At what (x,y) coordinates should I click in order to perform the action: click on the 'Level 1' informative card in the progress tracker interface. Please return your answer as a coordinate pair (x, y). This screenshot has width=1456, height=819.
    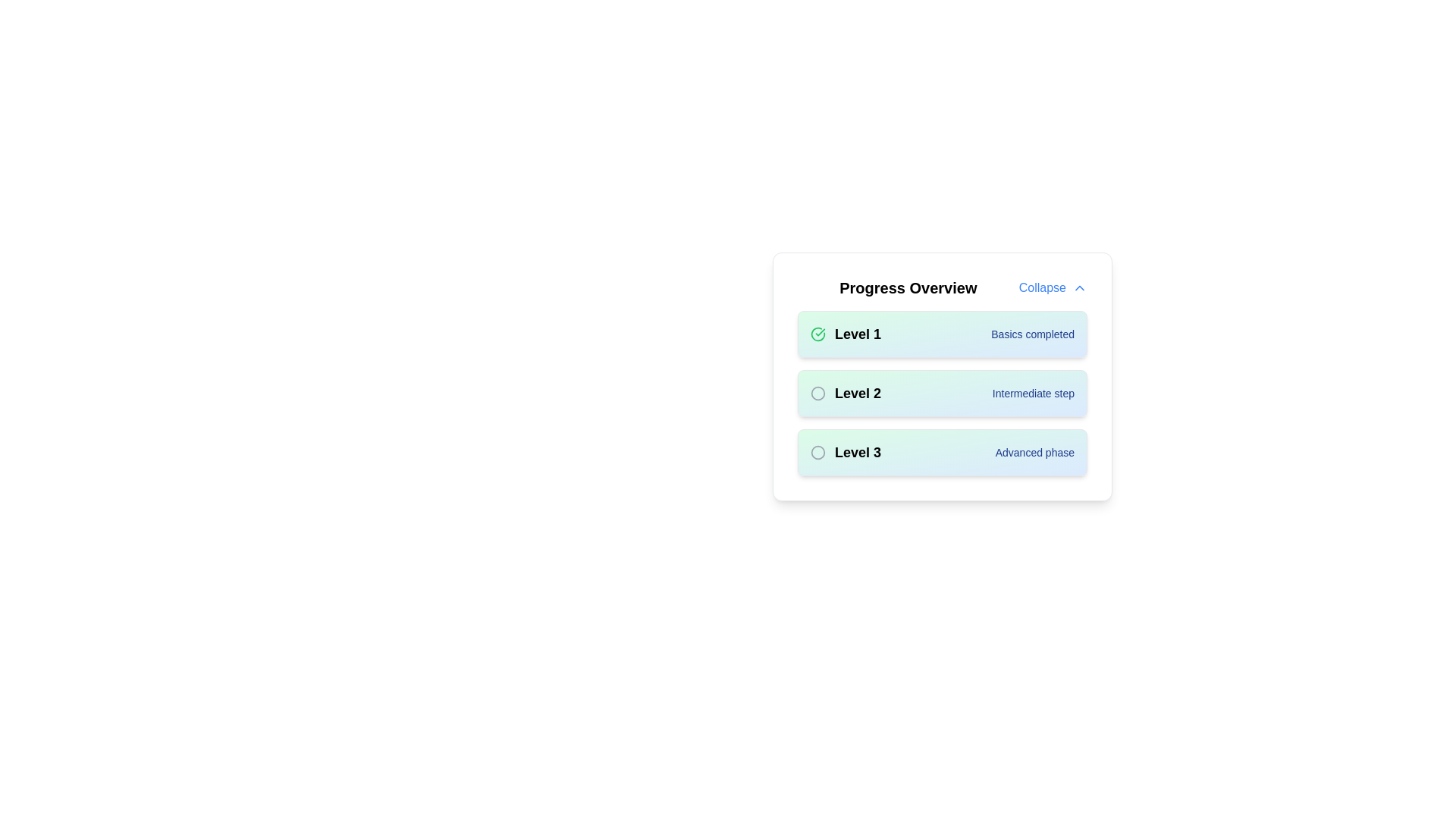
    Looking at the image, I should click on (942, 333).